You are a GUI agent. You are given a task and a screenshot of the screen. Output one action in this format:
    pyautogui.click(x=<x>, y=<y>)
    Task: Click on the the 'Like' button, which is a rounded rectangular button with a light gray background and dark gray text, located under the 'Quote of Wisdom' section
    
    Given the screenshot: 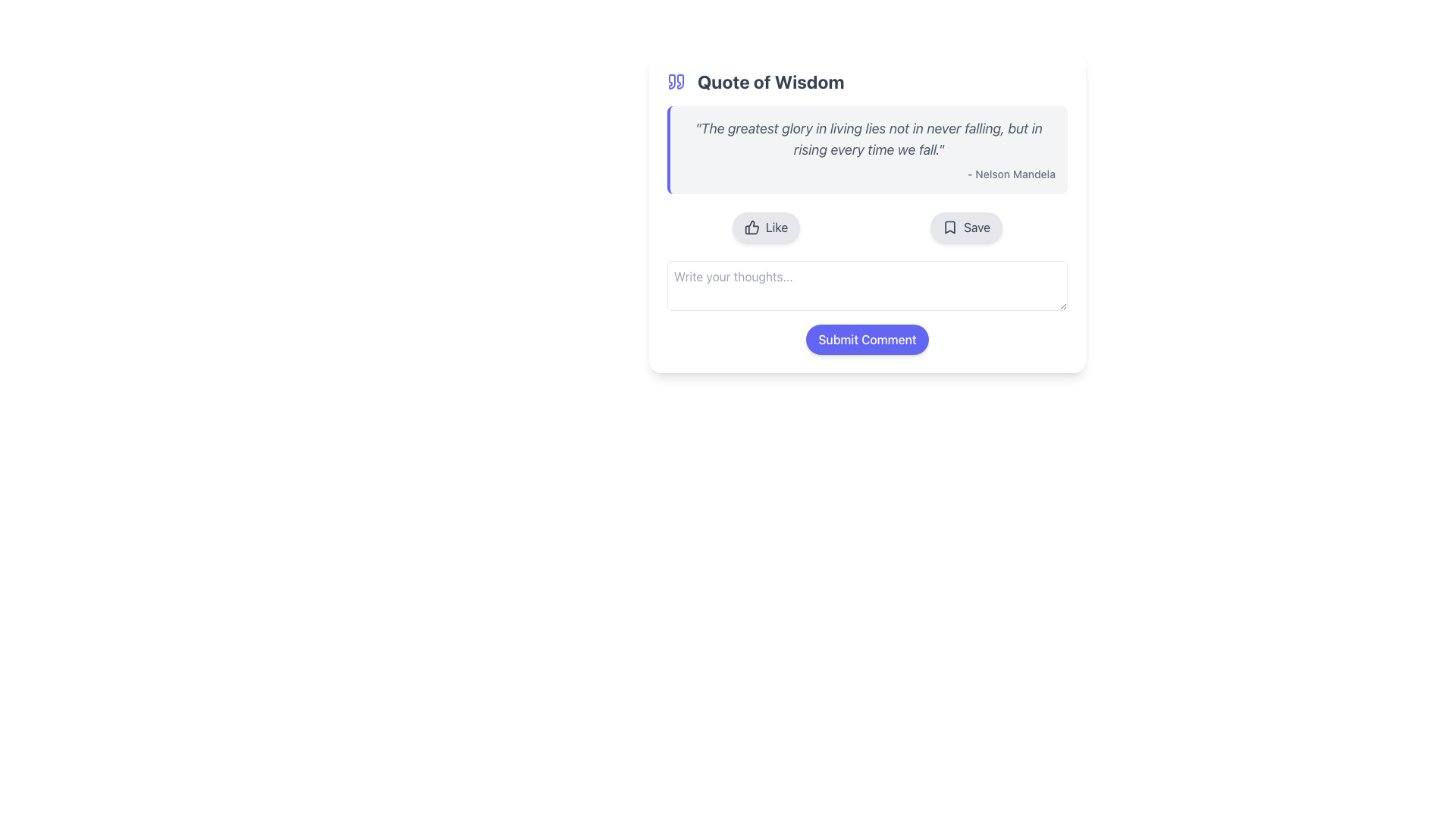 What is the action you would take?
    pyautogui.click(x=766, y=227)
    